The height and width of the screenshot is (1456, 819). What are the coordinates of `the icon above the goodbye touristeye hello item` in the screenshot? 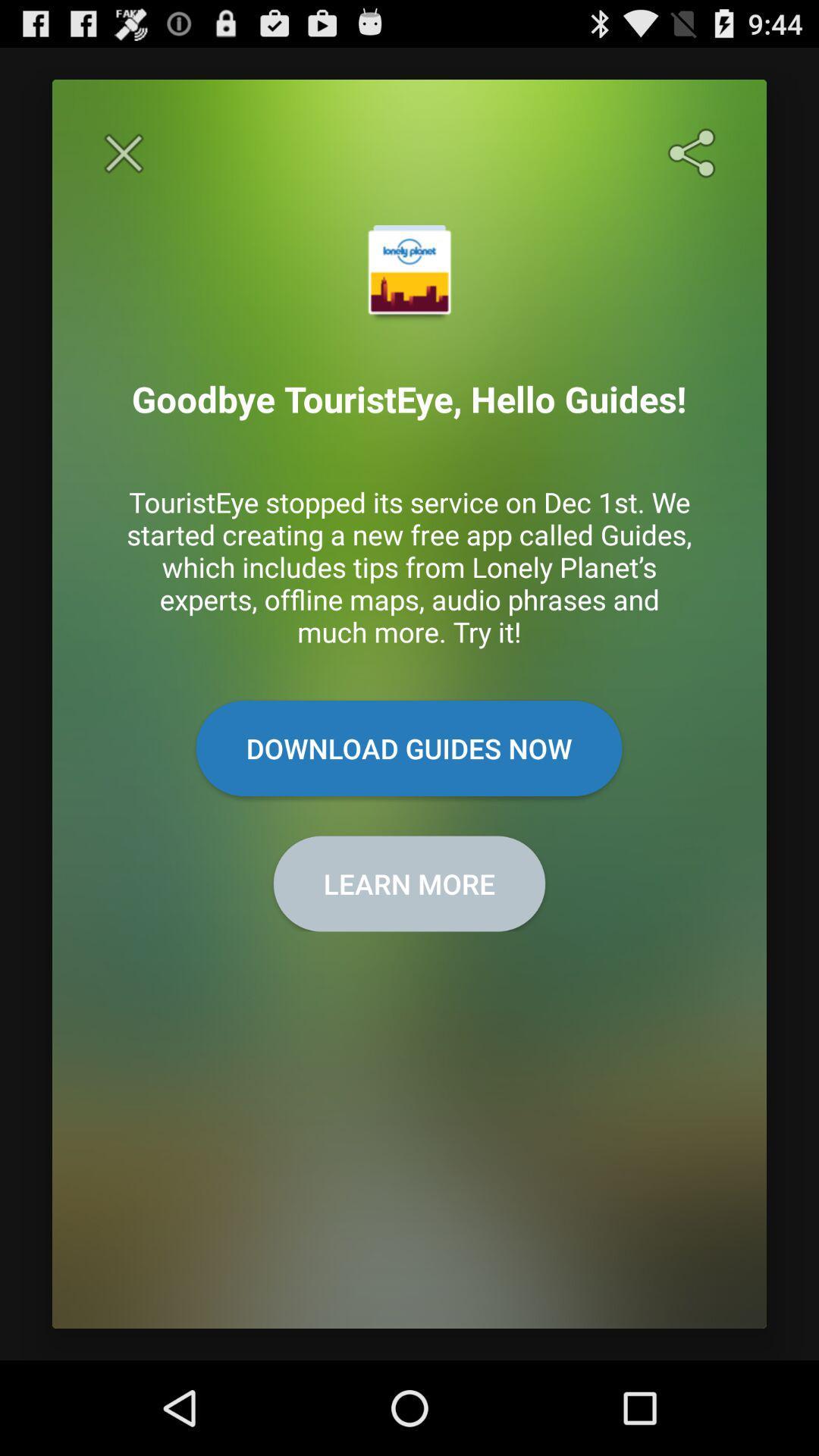 It's located at (123, 153).